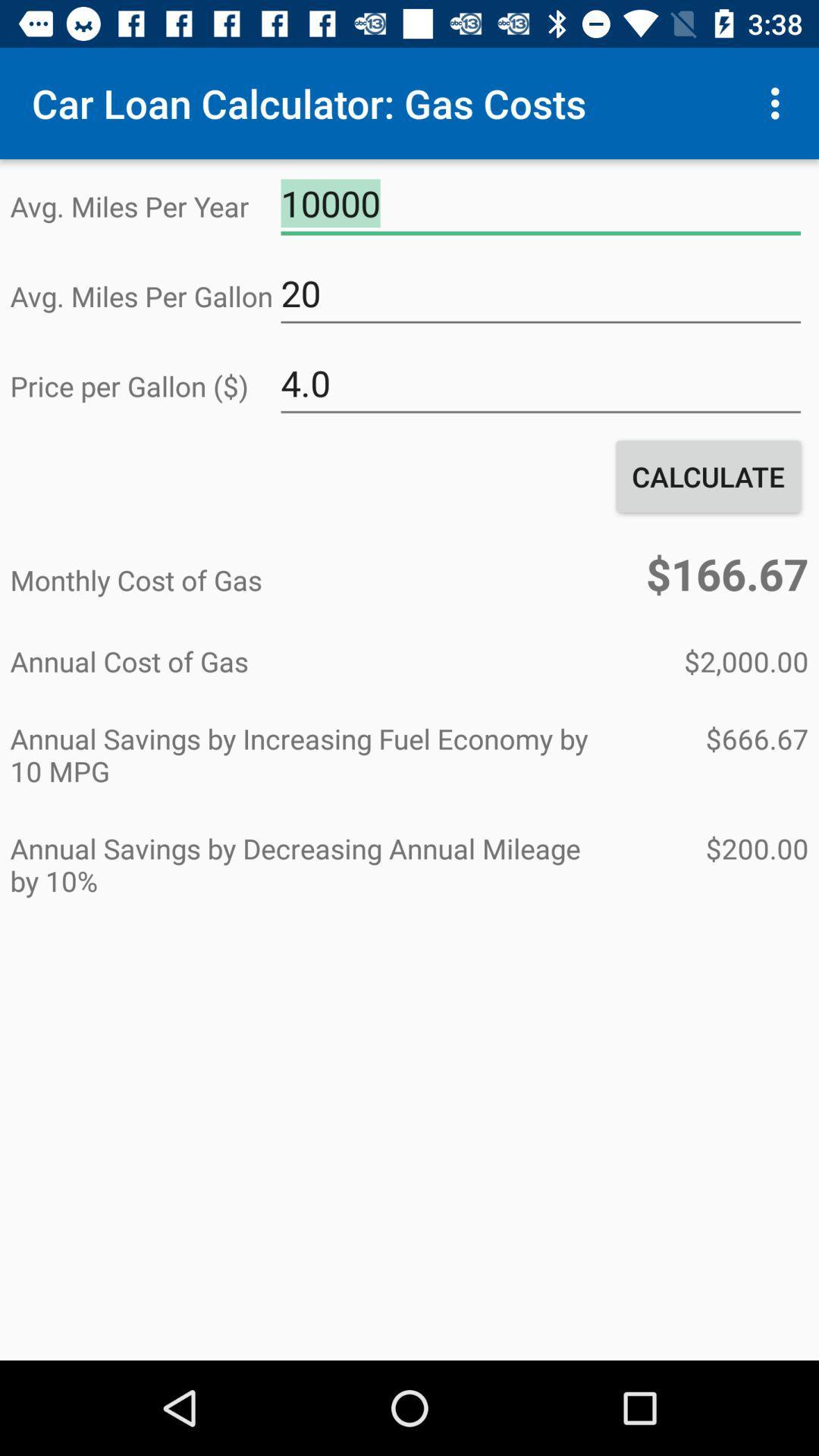 This screenshot has width=819, height=1456. Describe the element at coordinates (540, 203) in the screenshot. I see `the 10000` at that location.